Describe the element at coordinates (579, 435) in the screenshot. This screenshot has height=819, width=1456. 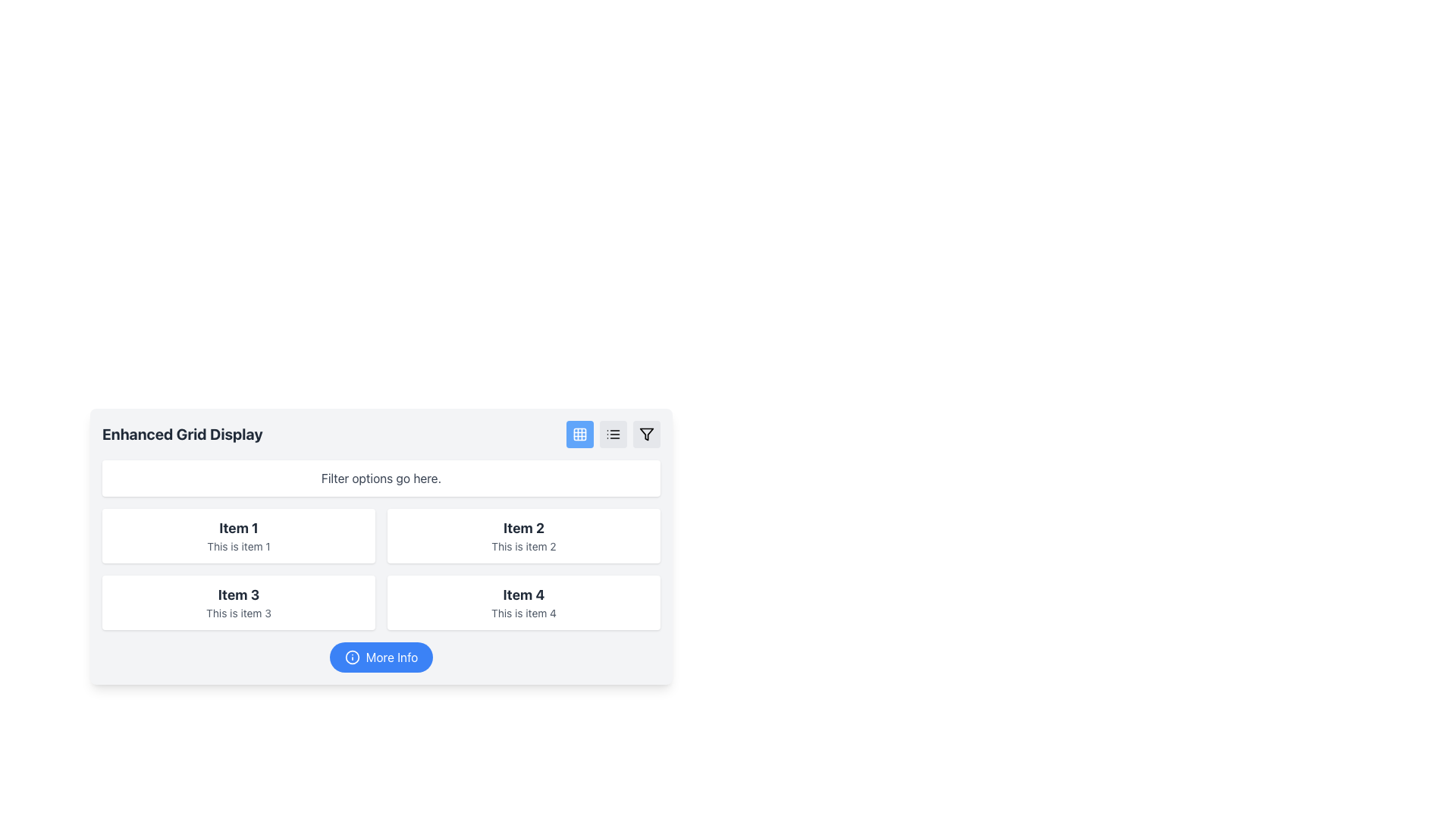
I see `the grid icon button with a blue background and white grid lines located in the toolbar at the top-right corner of the display panel` at that location.